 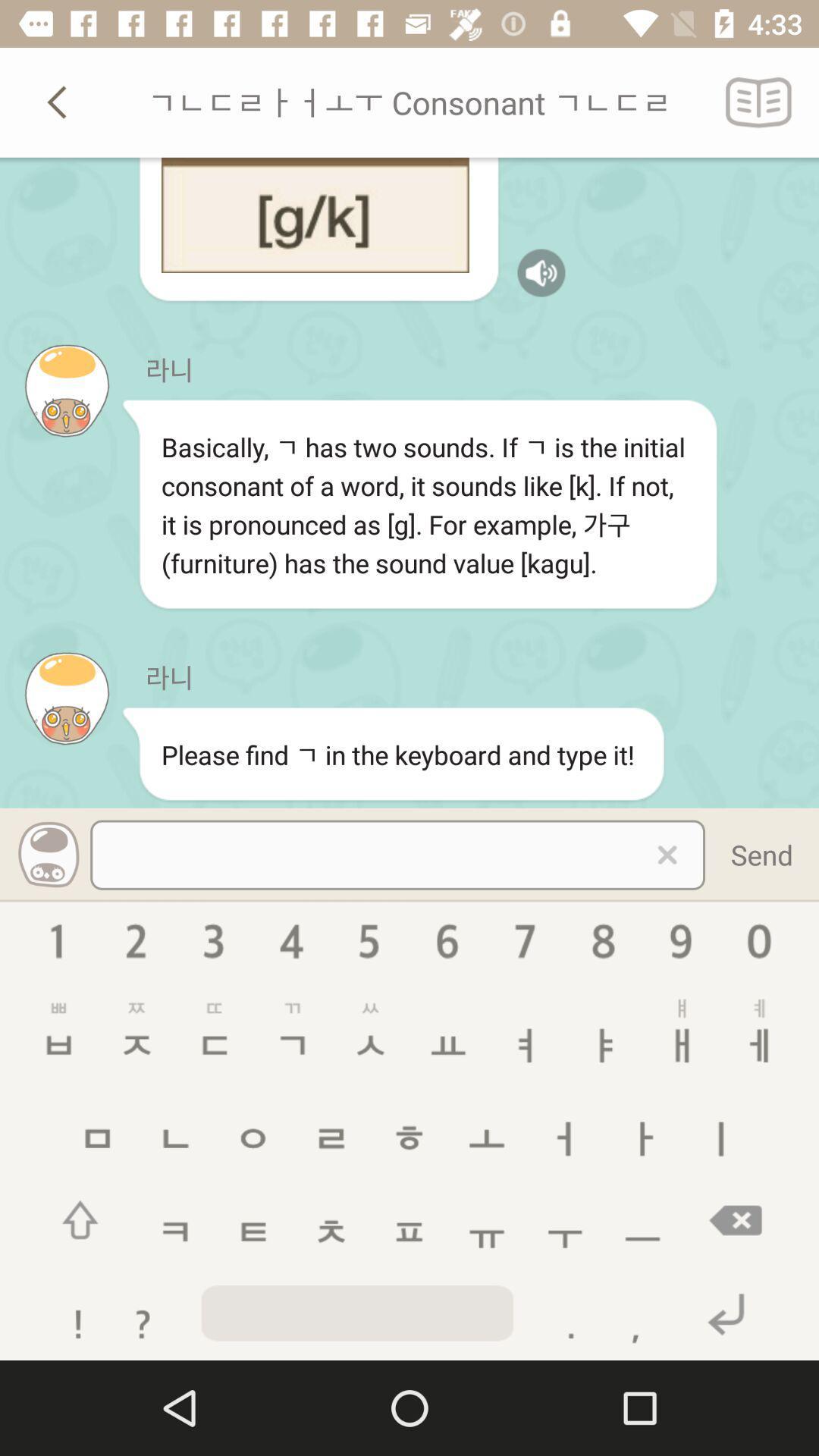 I want to click on the undo icon, so click(x=253, y=1127).